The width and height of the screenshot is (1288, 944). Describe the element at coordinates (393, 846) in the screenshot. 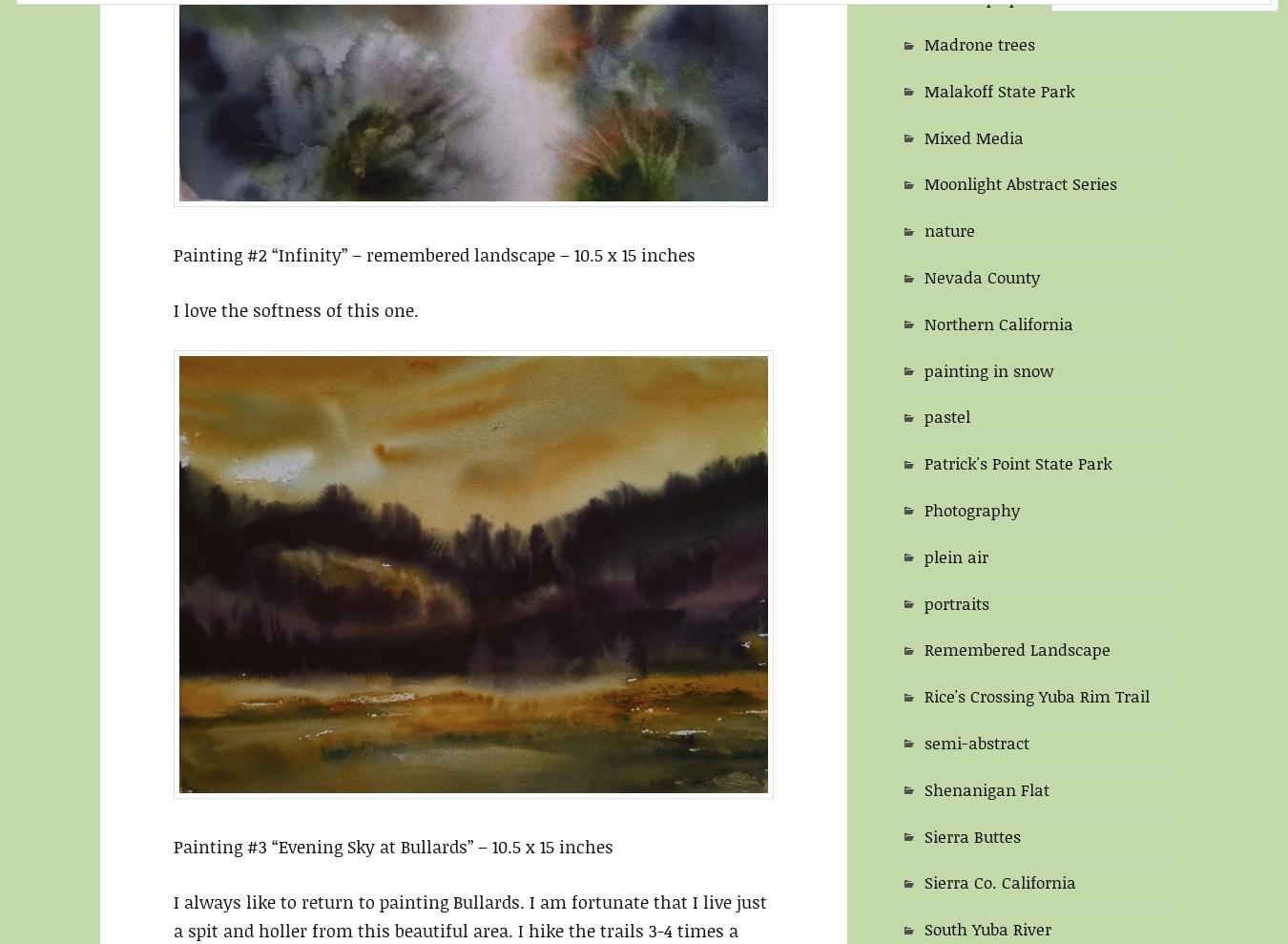

I see `'Painting #3  “Evening Sky at Bullards”  – 10.5 x 15 inches'` at that location.